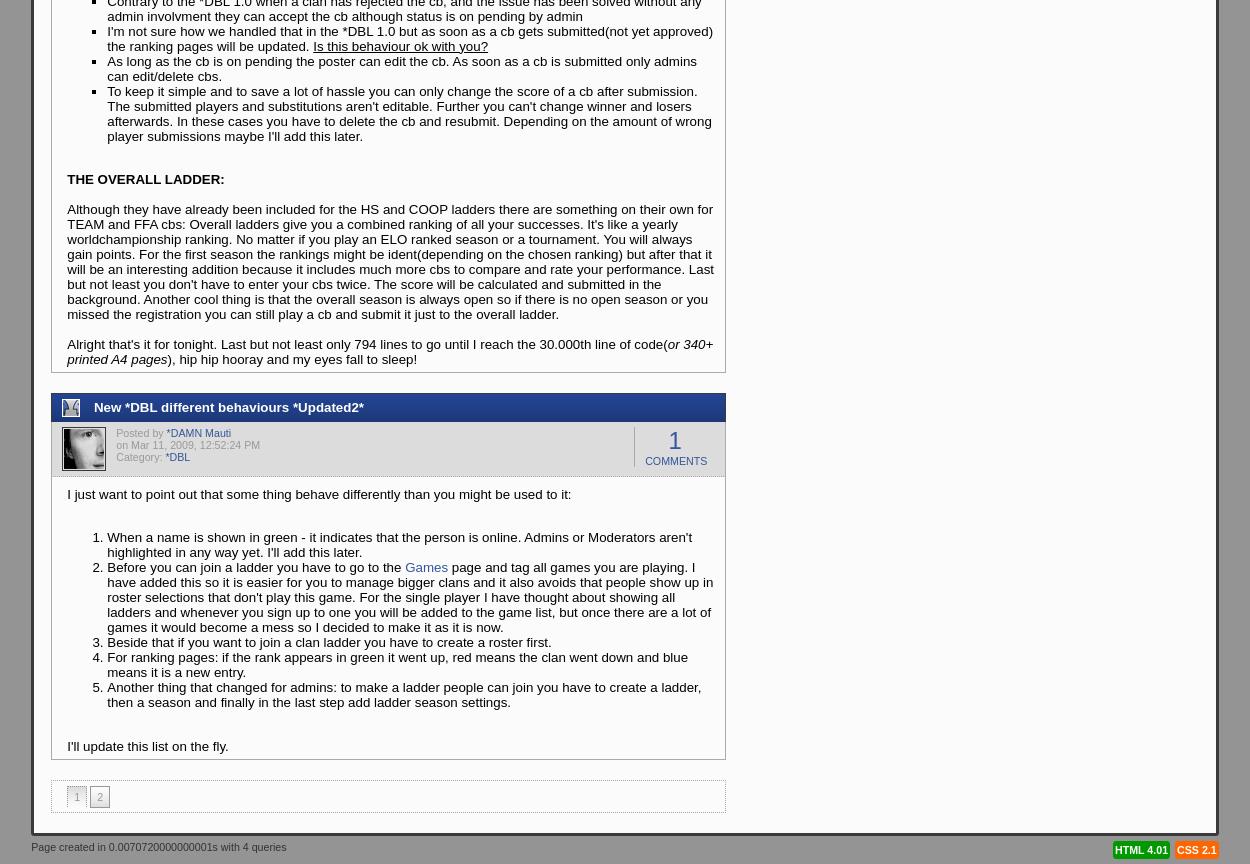 This screenshot has width=1250, height=864. What do you see at coordinates (675, 461) in the screenshot?
I see `'Comments'` at bounding box center [675, 461].